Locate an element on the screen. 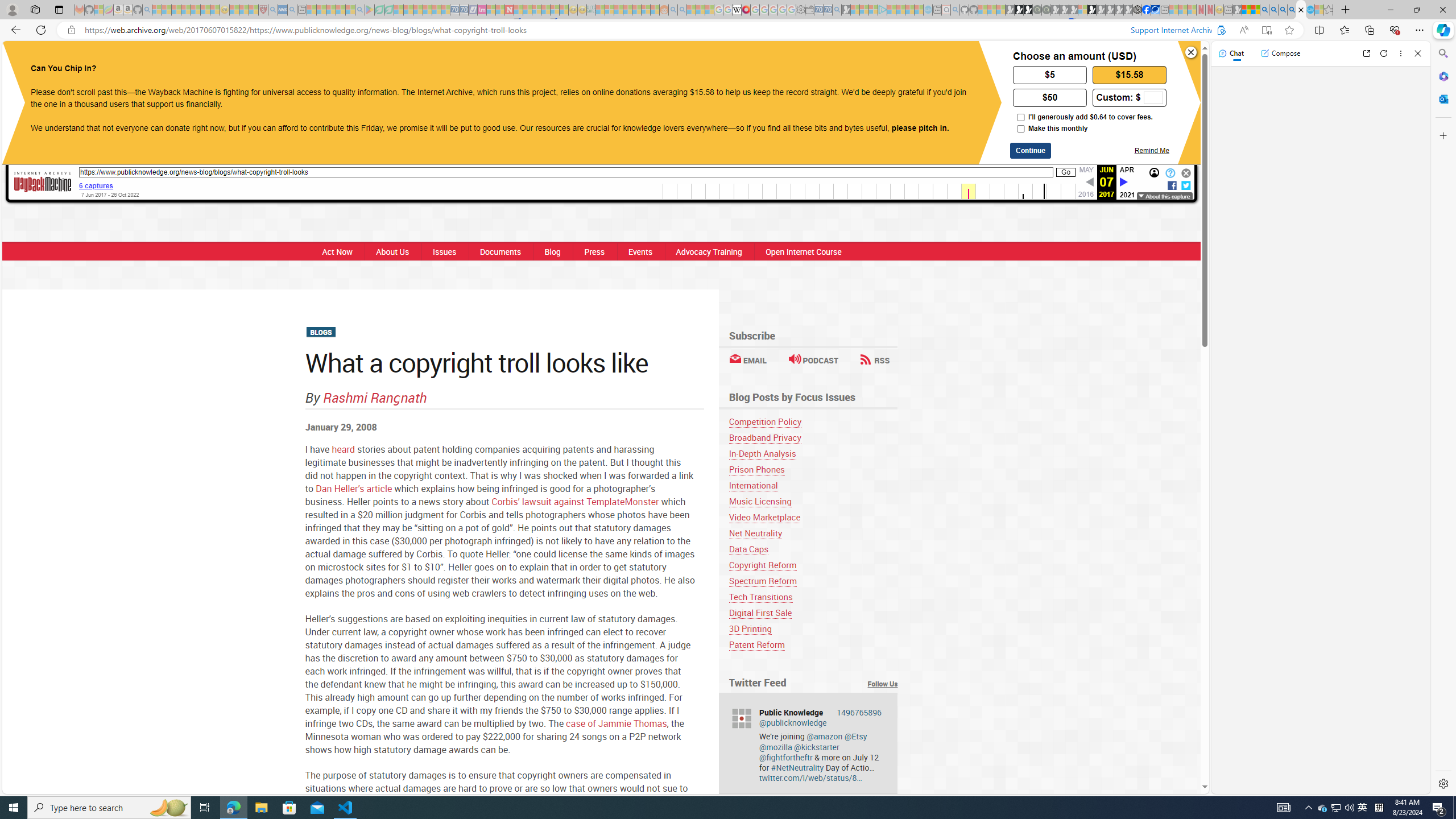 The width and height of the screenshot is (1456, 819). 'Events' is located at coordinates (640, 251).